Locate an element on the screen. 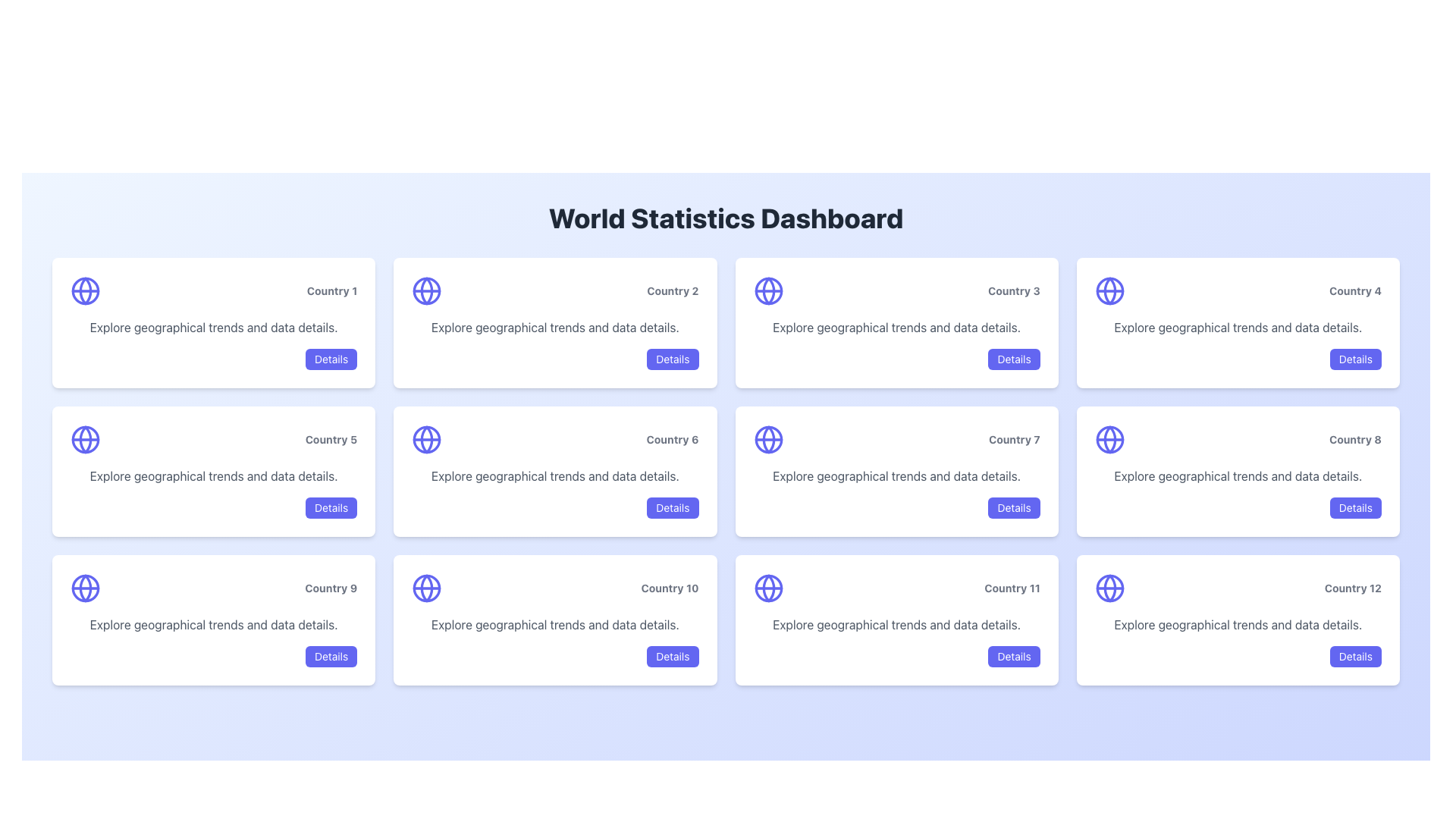  the clickable card located in the bottom right corner of the grid layout on the dashboard that provides insights related to 'Country 12' is located at coordinates (1238, 620).